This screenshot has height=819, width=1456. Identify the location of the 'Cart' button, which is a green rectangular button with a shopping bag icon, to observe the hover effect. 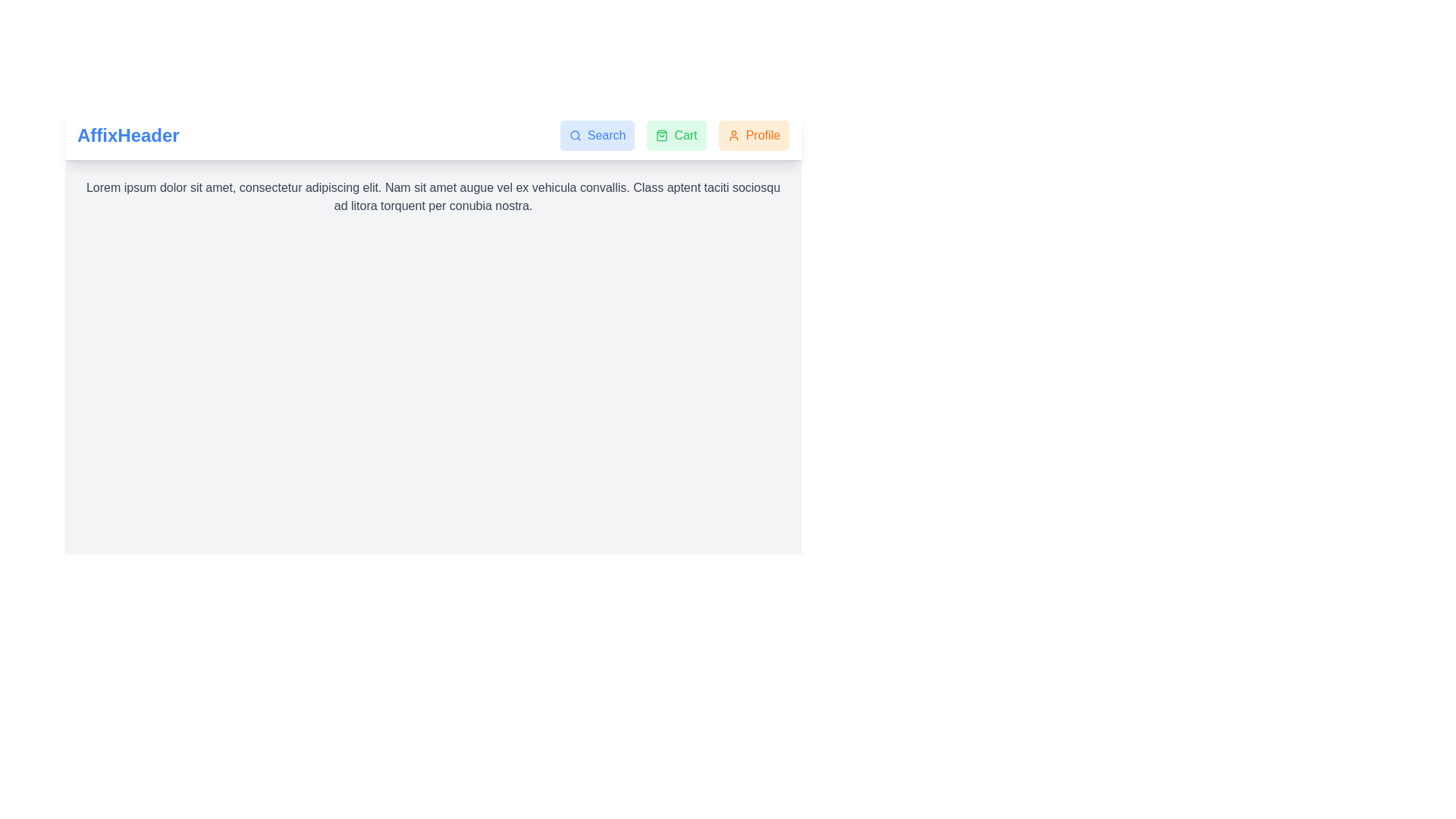
(673, 134).